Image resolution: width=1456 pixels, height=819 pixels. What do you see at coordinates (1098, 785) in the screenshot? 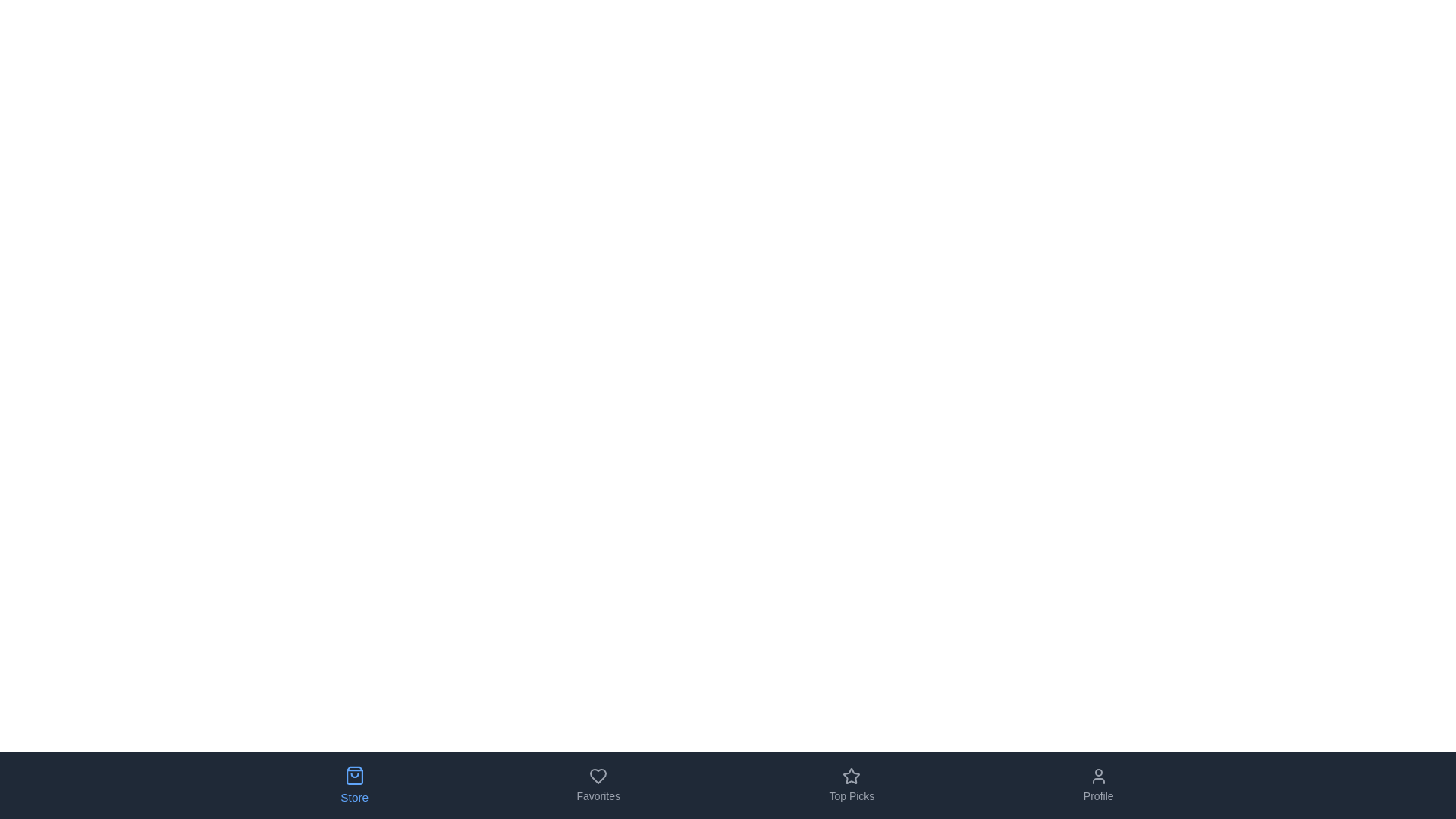
I see `the tab labeled Profile` at bounding box center [1098, 785].